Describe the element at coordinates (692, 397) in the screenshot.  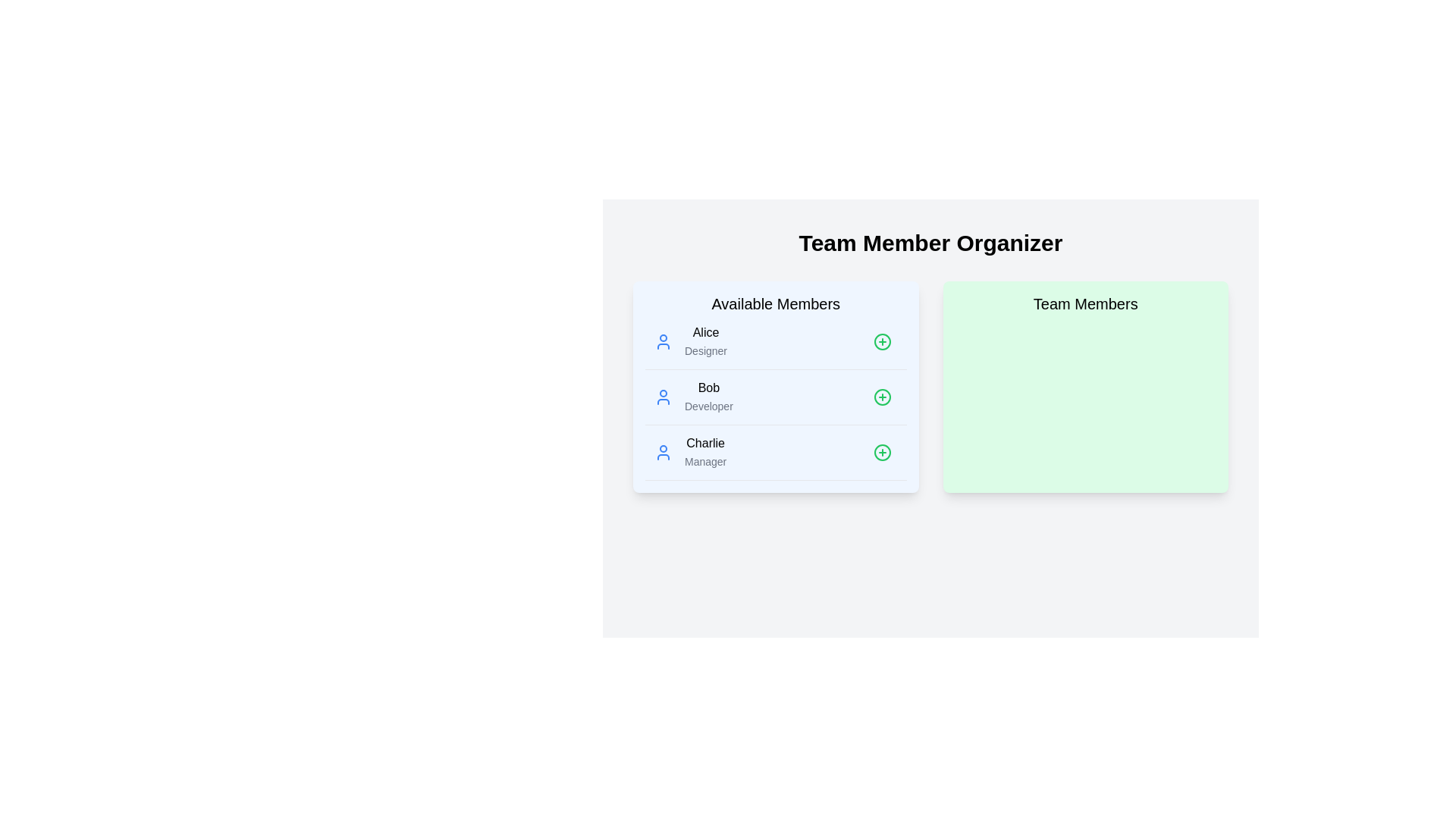
I see `the user icon representing team member 'Bob', who is a 'Developer', located below 'Alice' and above 'Charlie' in the 'Available Members' list` at that location.